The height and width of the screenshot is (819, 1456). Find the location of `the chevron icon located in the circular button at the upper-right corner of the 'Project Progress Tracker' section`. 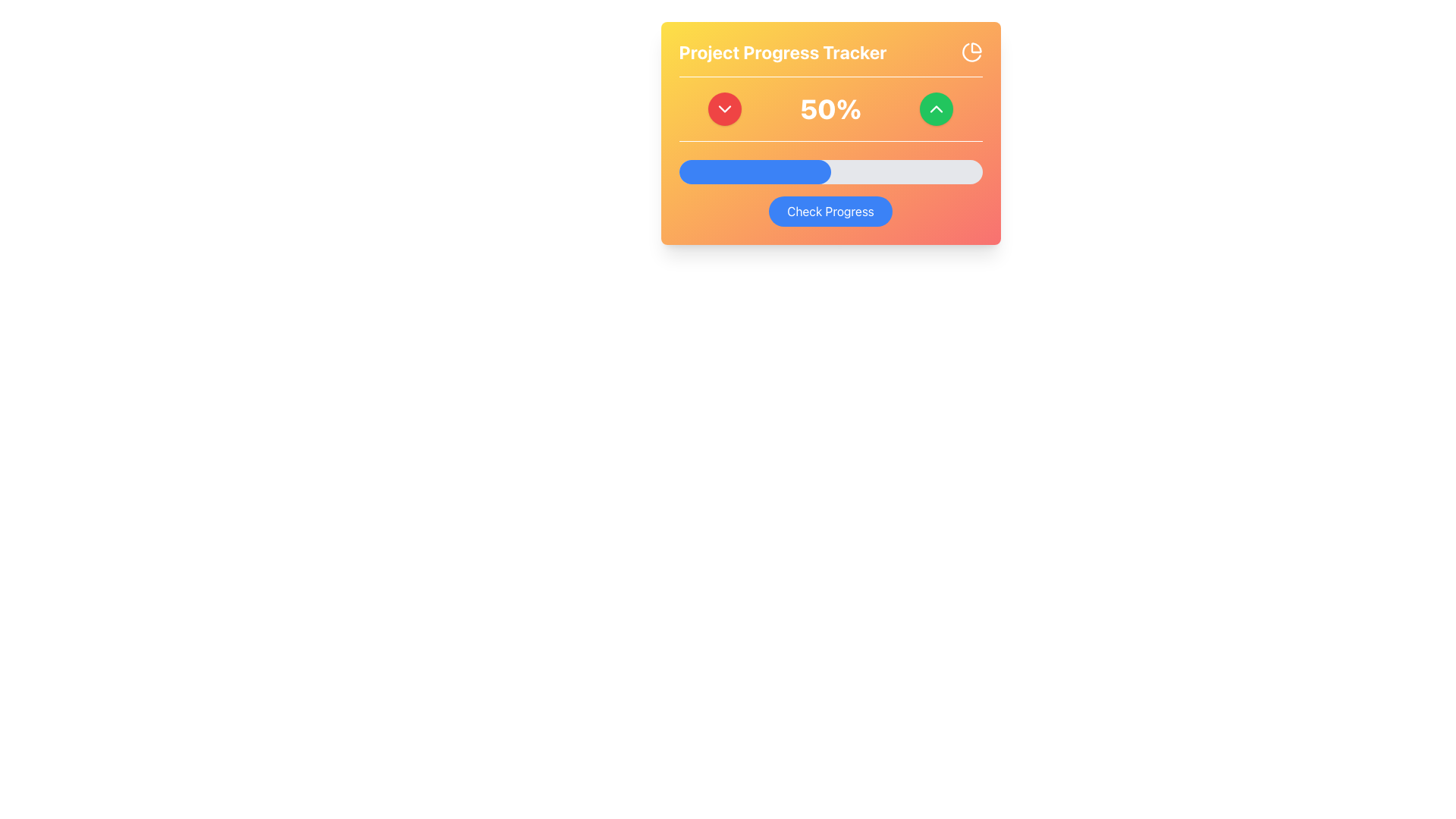

the chevron icon located in the circular button at the upper-right corner of the 'Project Progress Tracker' section is located at coordinates (935, 108).